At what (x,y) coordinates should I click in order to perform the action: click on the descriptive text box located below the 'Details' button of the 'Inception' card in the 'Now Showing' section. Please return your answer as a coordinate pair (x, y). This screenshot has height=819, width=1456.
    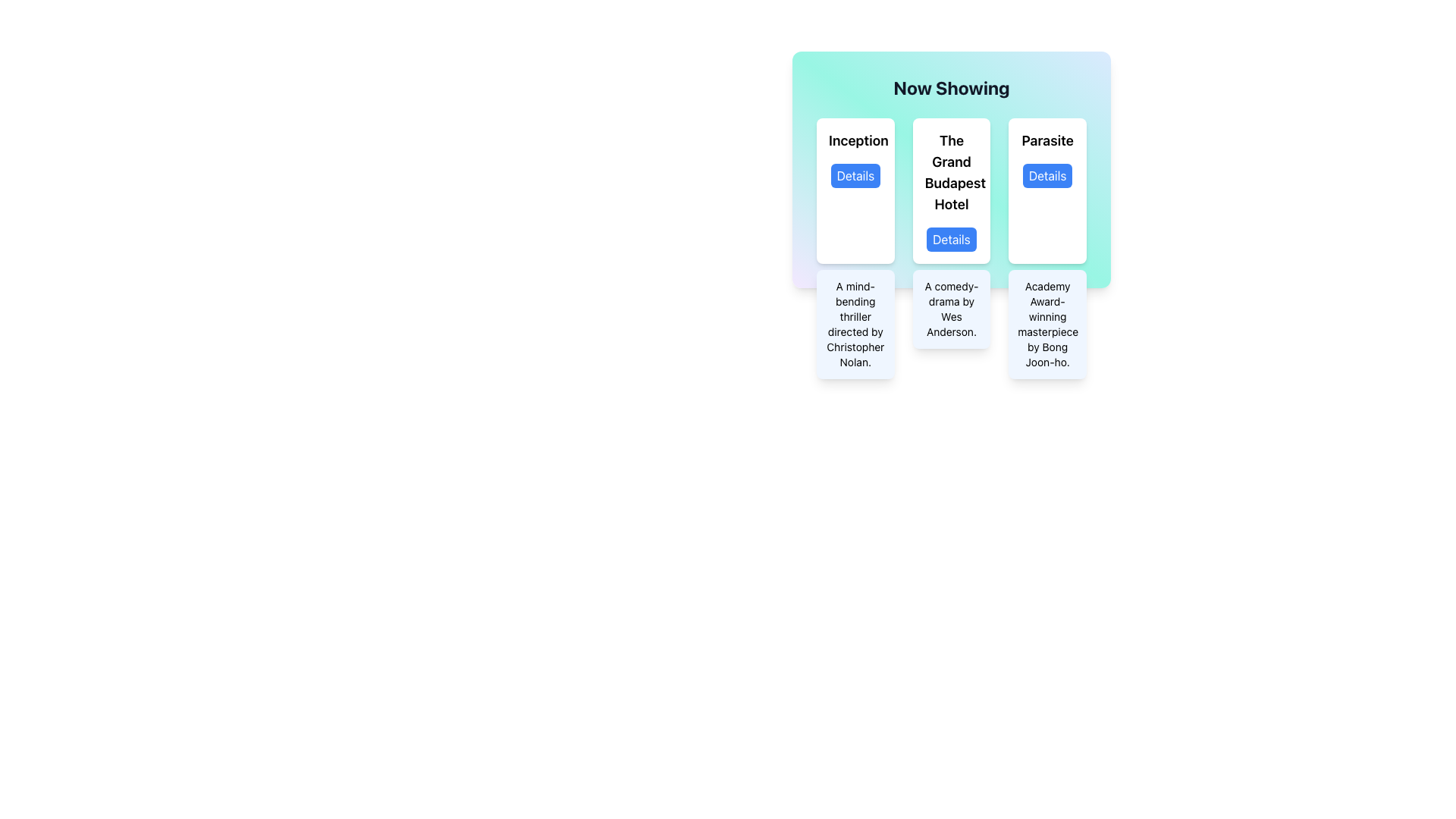
    Looking at the image, I should click on (855, 324).